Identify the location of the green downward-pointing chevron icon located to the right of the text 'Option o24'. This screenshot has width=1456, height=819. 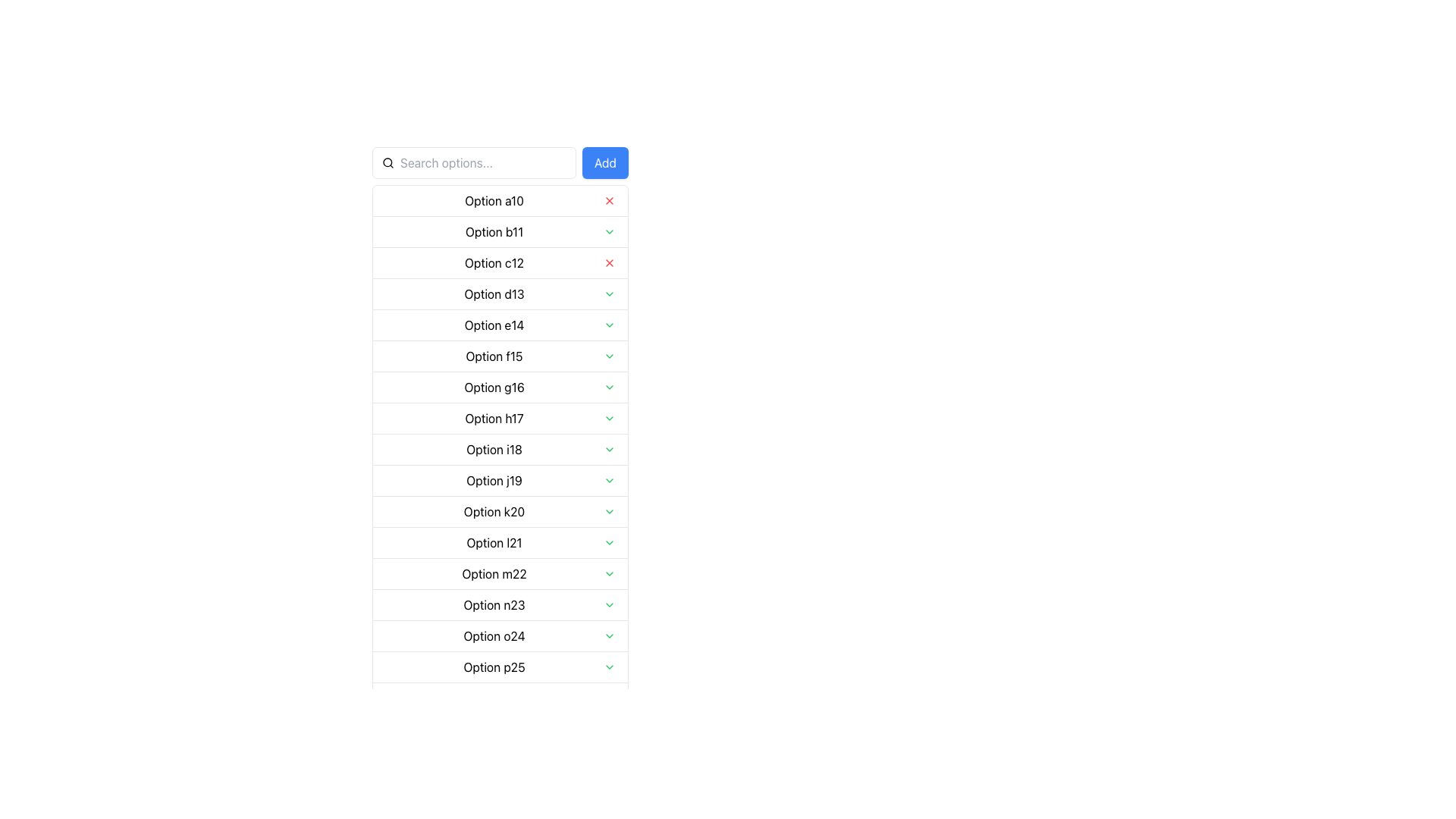
(610, 636).